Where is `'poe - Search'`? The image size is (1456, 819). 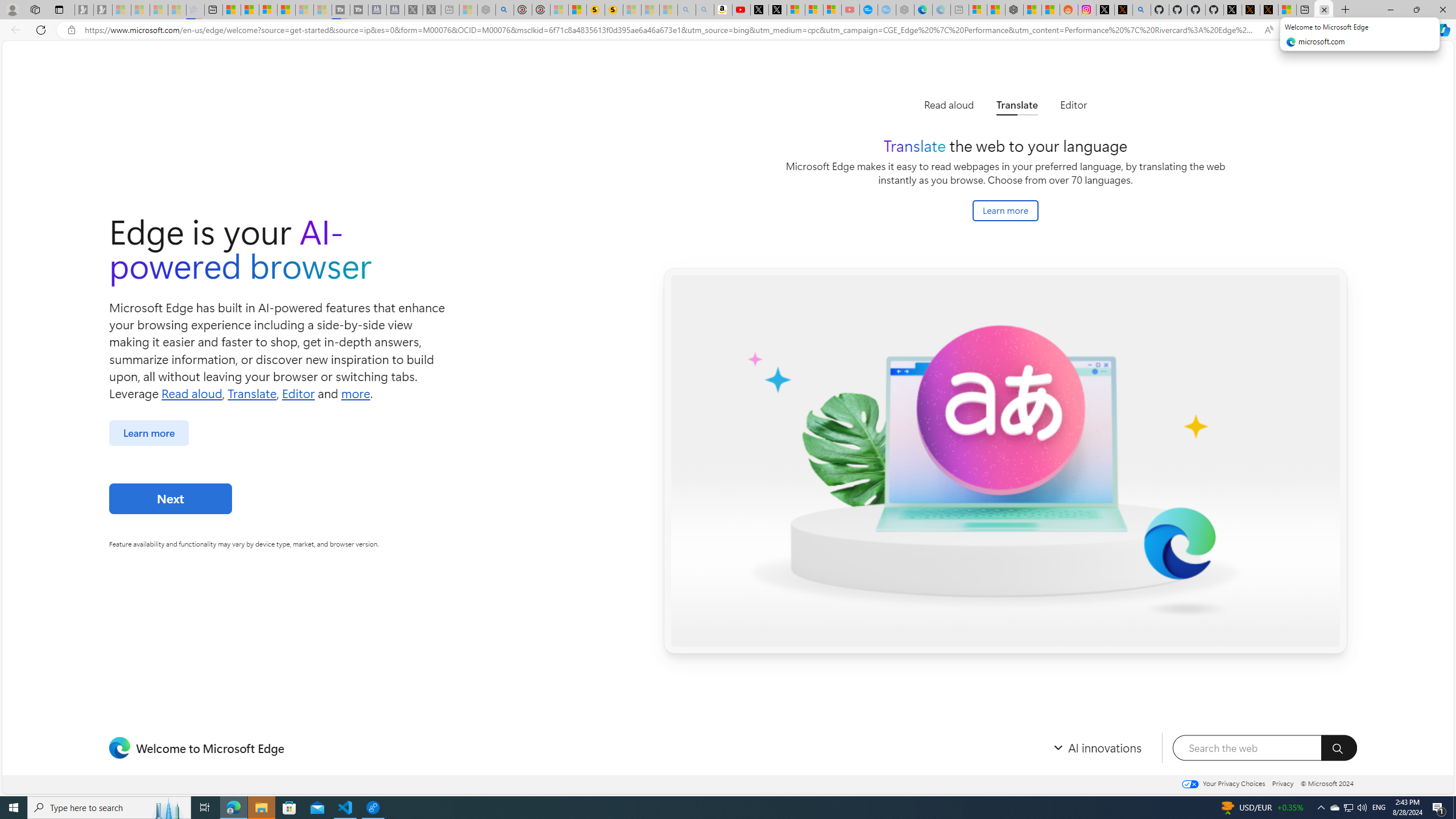 'poe - Search' is located at coordinates (504, 9).